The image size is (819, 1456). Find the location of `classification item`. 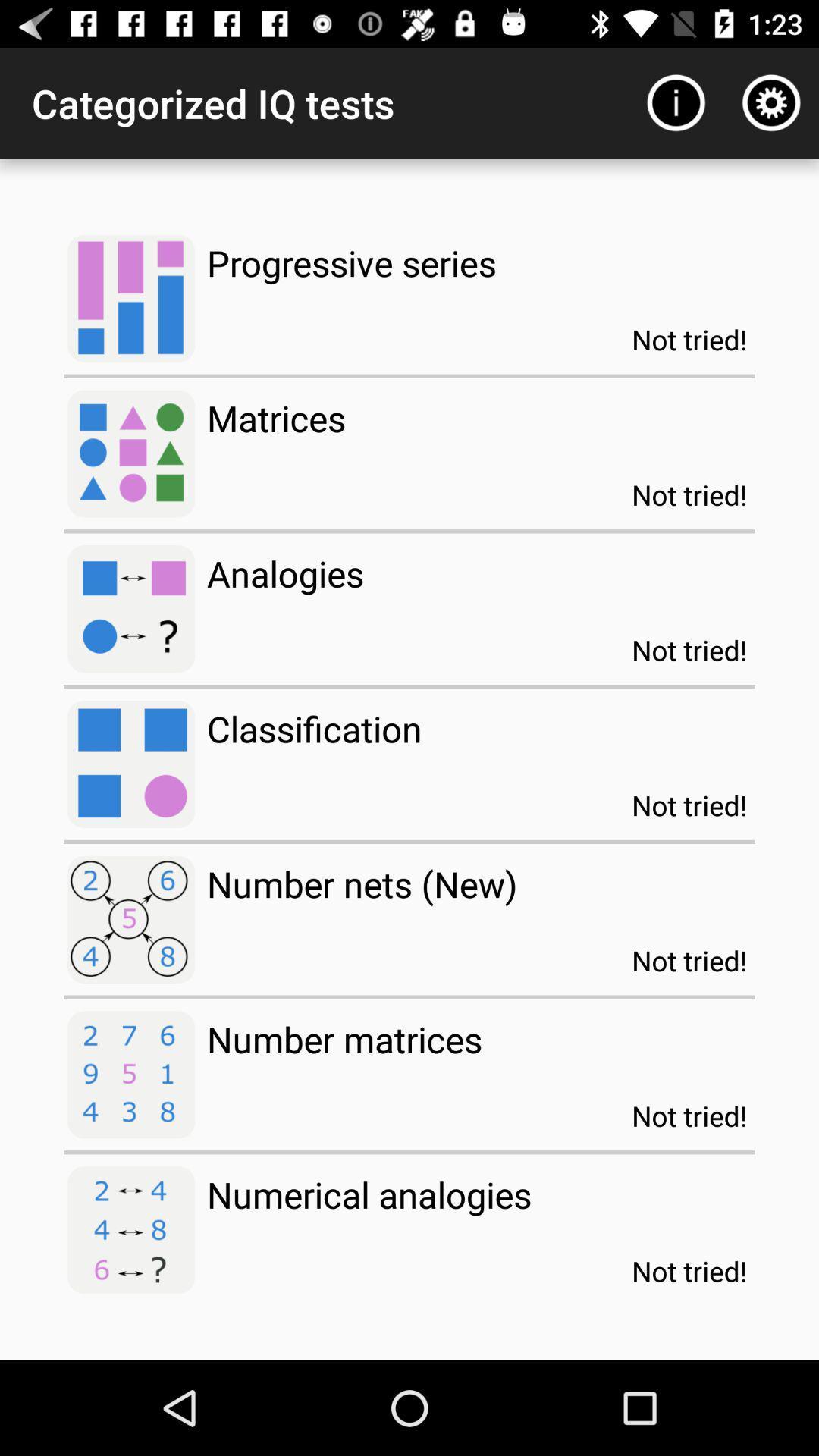

classification item is located at coordinates (313, 729).